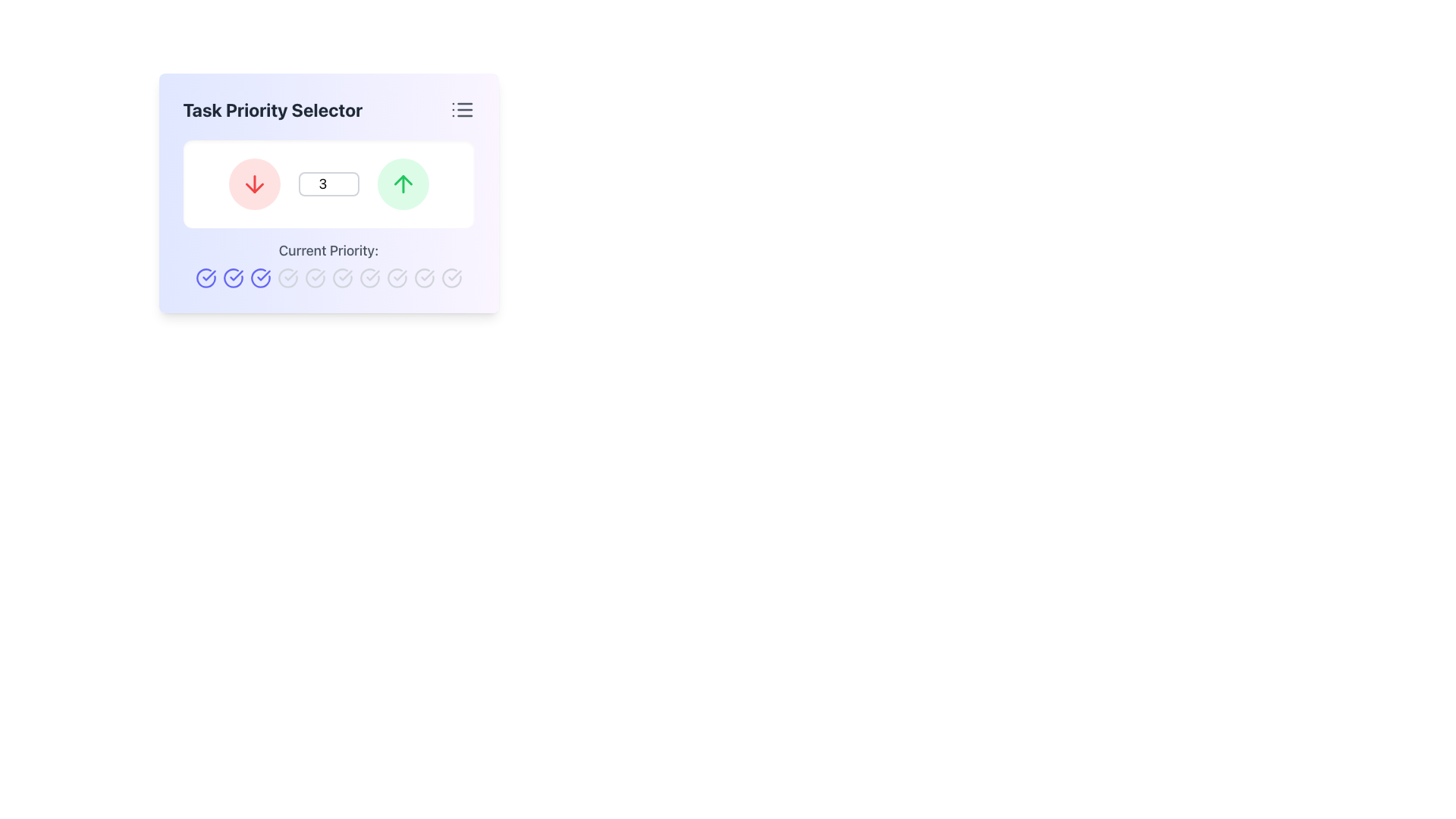 The width and height of the screenshot is (1456, 819). I want to click on the sixth circular icon in the horizontal sequence under the 'Current Priority:' label, which serves as a placeholder for setting a priority level, so click(314, 278).